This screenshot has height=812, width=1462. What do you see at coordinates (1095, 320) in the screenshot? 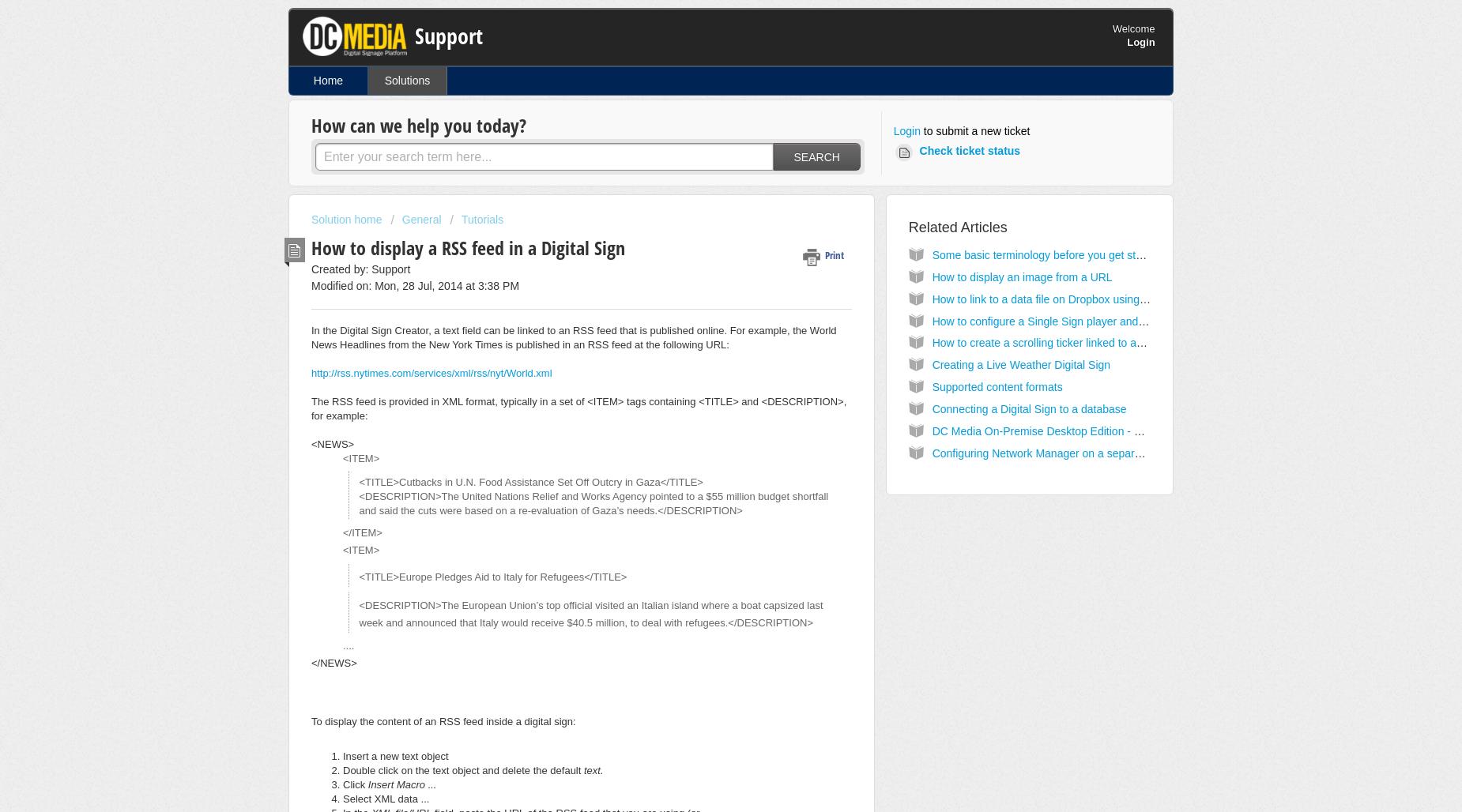
I see `'How to configure a Single Sign player and a Single Sign Scheduler'` at bounding box center [1095, 320].